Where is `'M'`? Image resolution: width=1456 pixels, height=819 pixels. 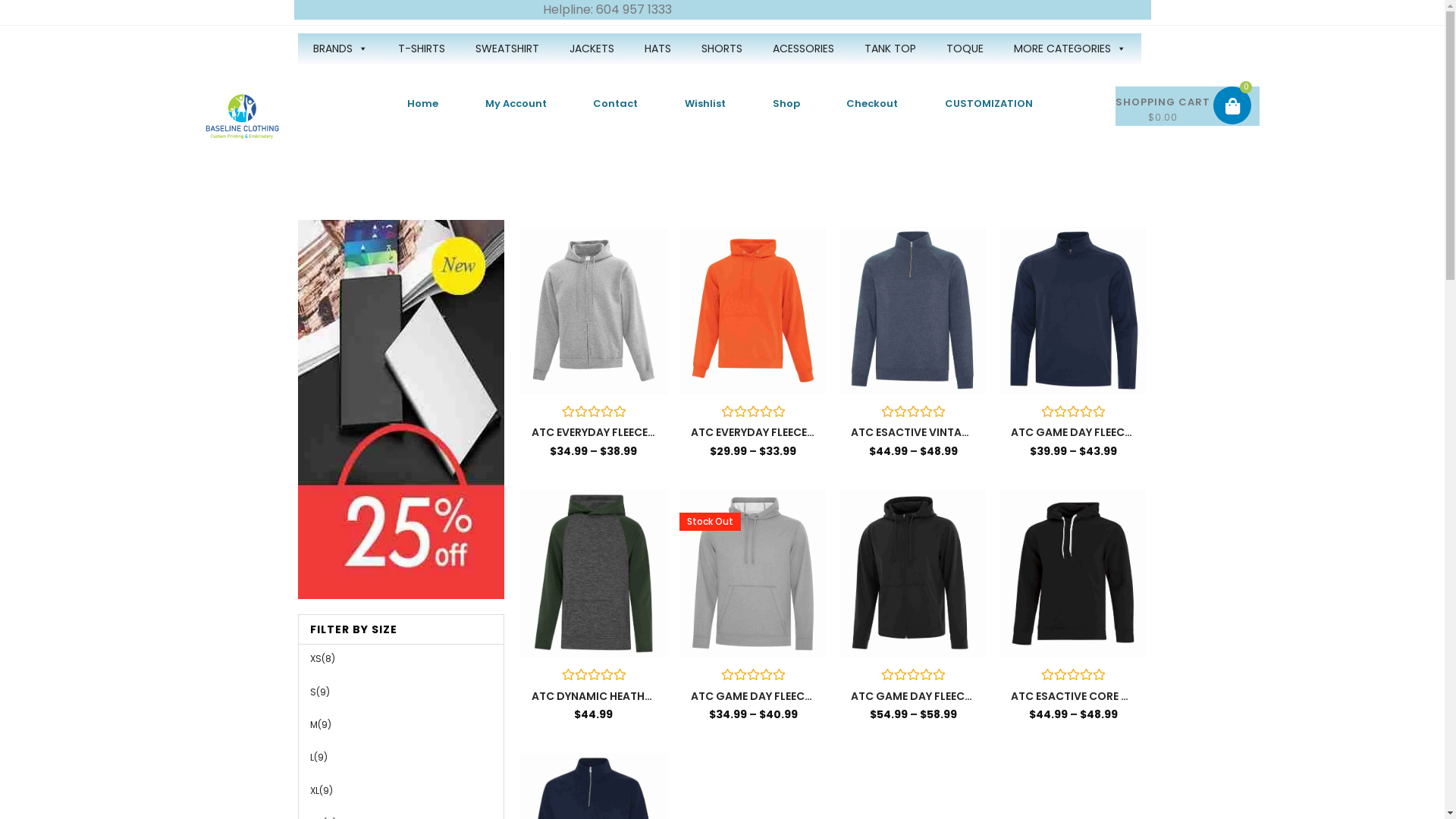
'M' is located at coordinates (312, 723).